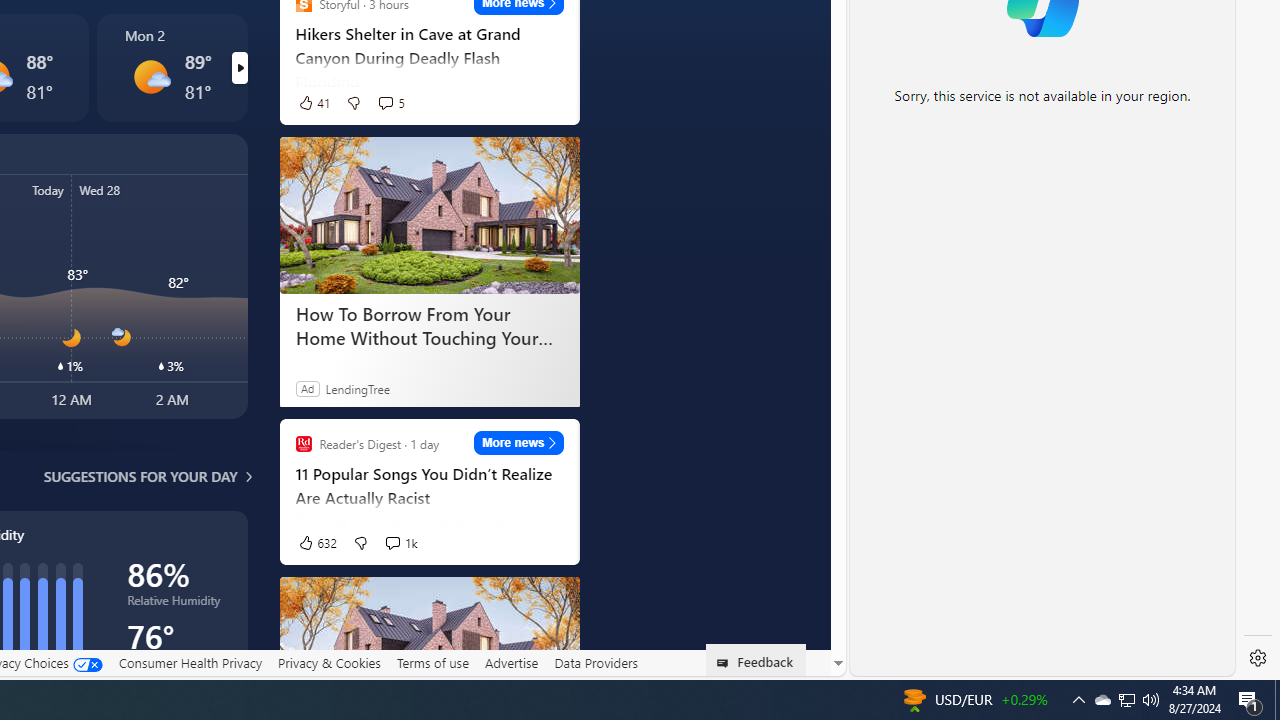 This screenshot has width=1280, height=720. What do you see at coordinates (150, 76) in the screenshot?
I see `'Mostly sunny'` at bounding box center [150, 76].